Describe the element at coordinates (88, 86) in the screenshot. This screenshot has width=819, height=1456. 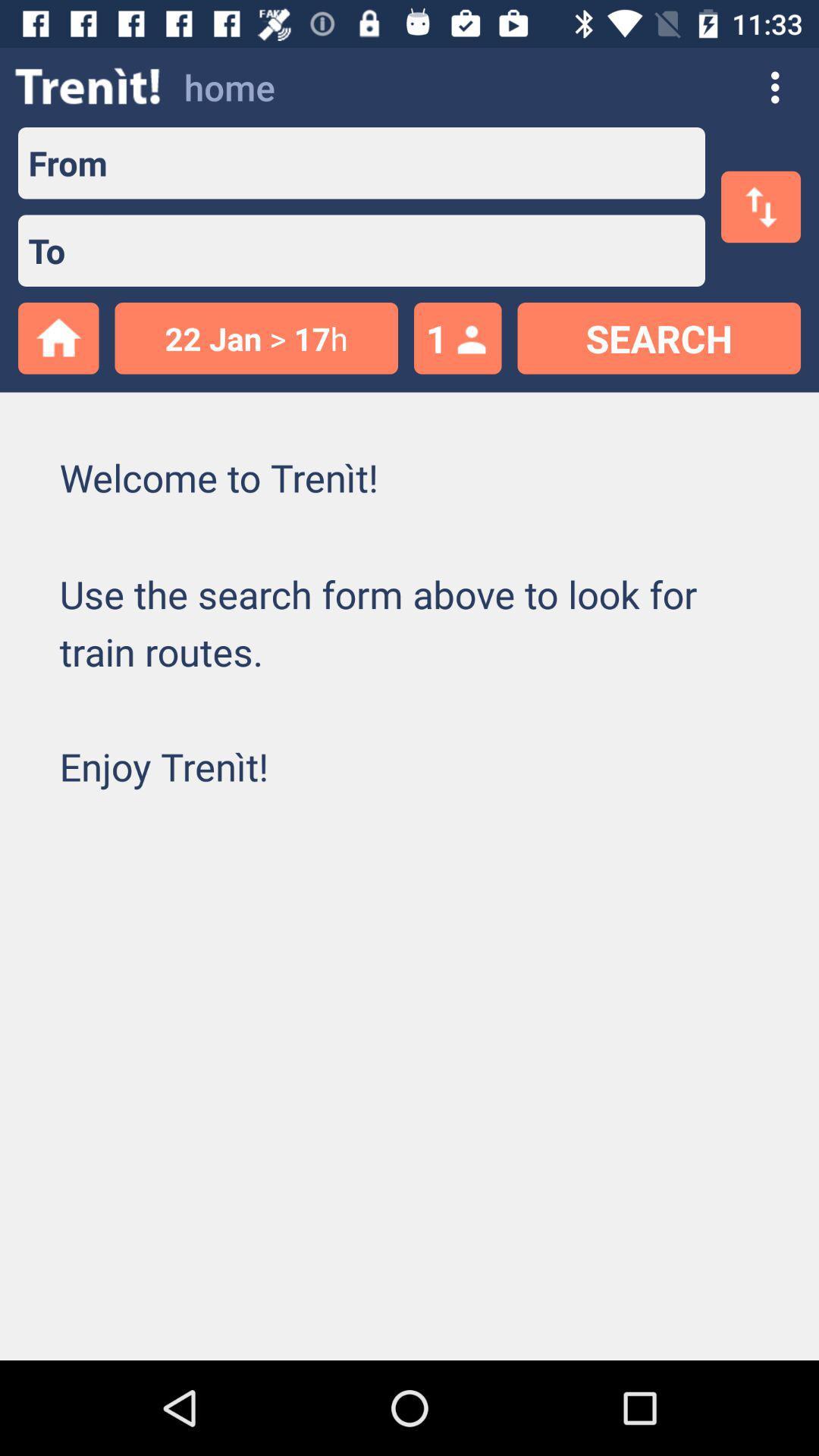
I see `the item above from icon` at that location.